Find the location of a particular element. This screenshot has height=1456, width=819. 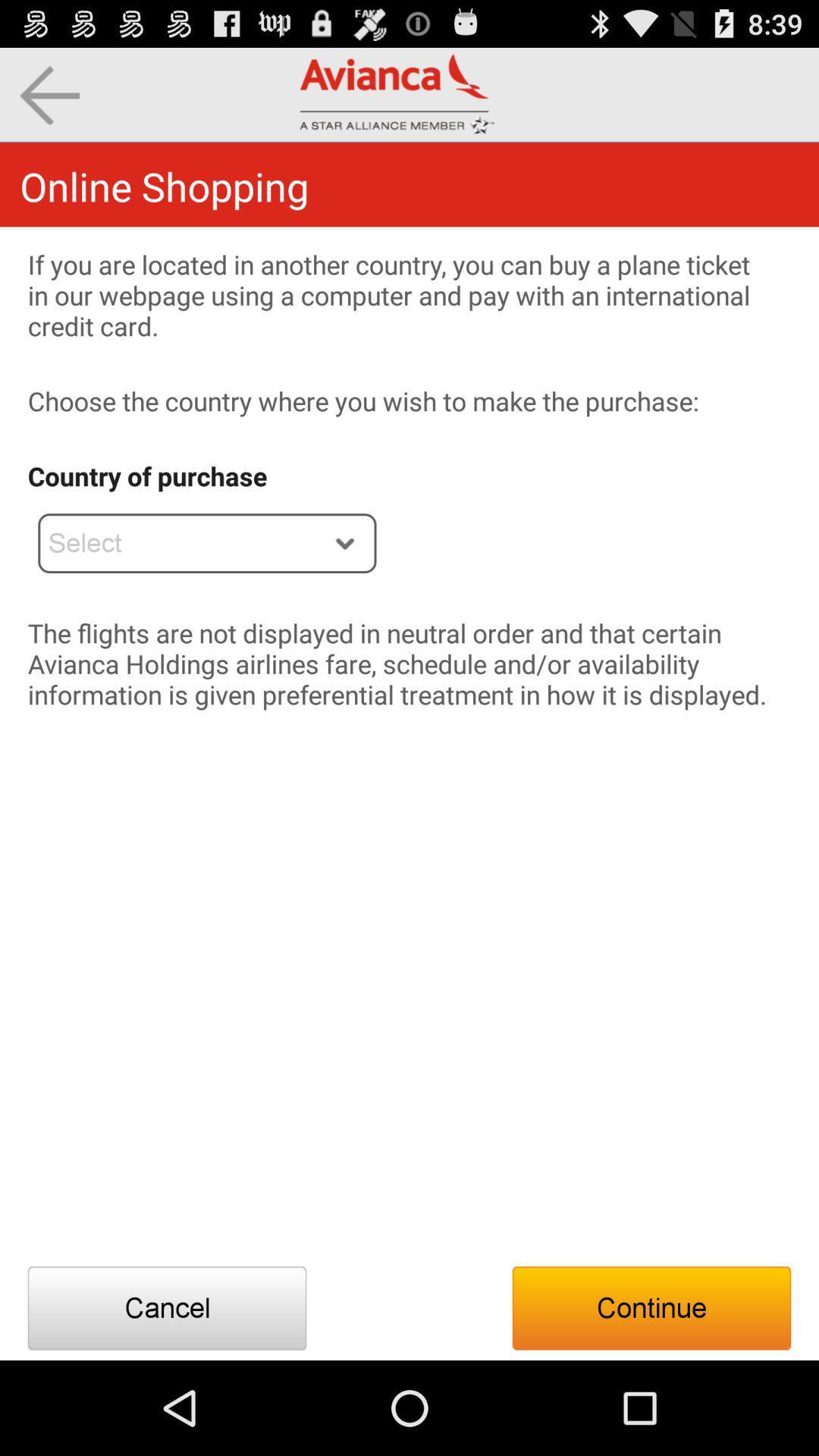

the button at the bottom right corner is located at coordinates (651, 1307).